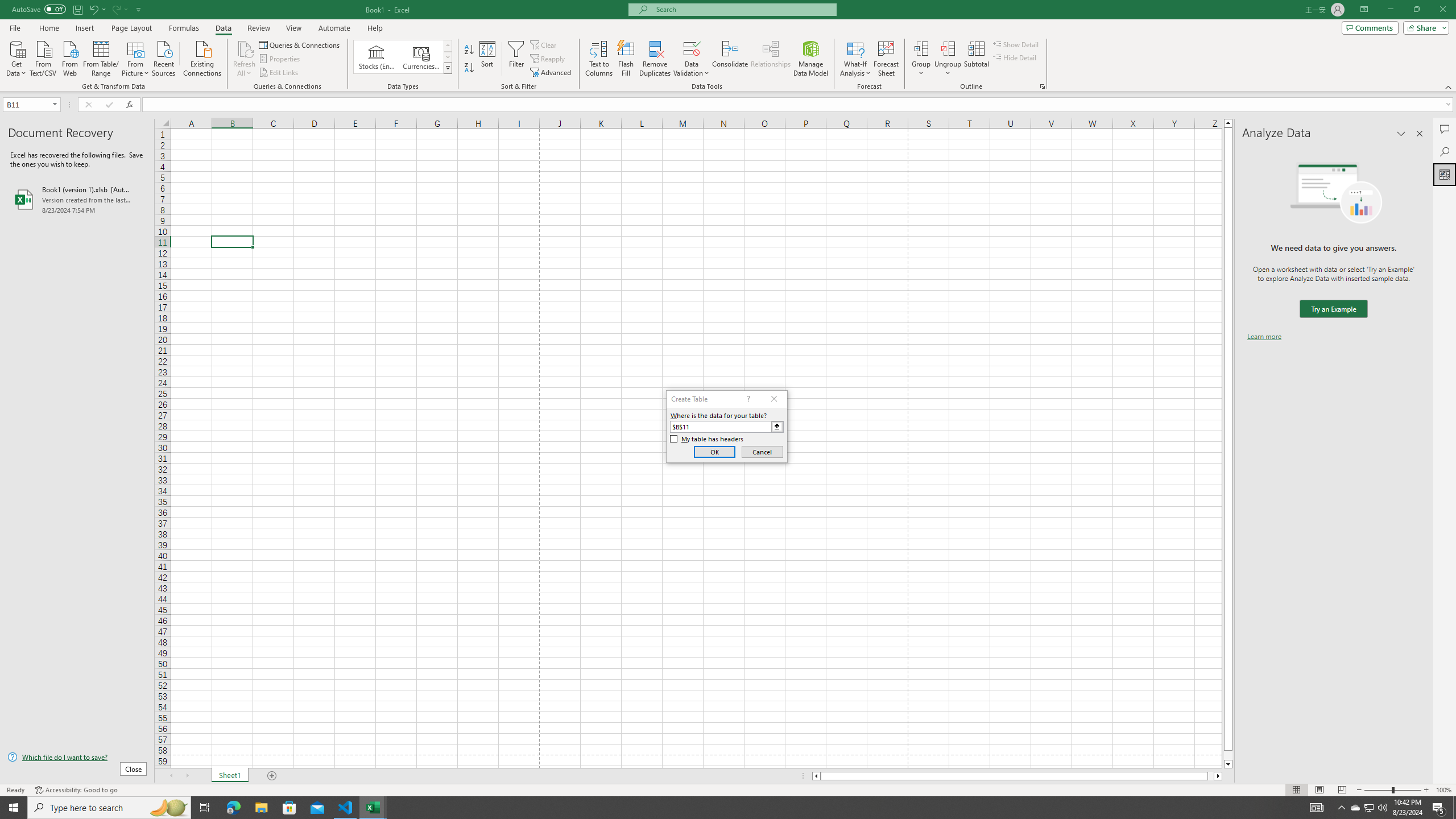  What do you see at coordinates (469, 67) in the screenshot?
I see `'Sort Z to A'` at bounding box center [469, 67].